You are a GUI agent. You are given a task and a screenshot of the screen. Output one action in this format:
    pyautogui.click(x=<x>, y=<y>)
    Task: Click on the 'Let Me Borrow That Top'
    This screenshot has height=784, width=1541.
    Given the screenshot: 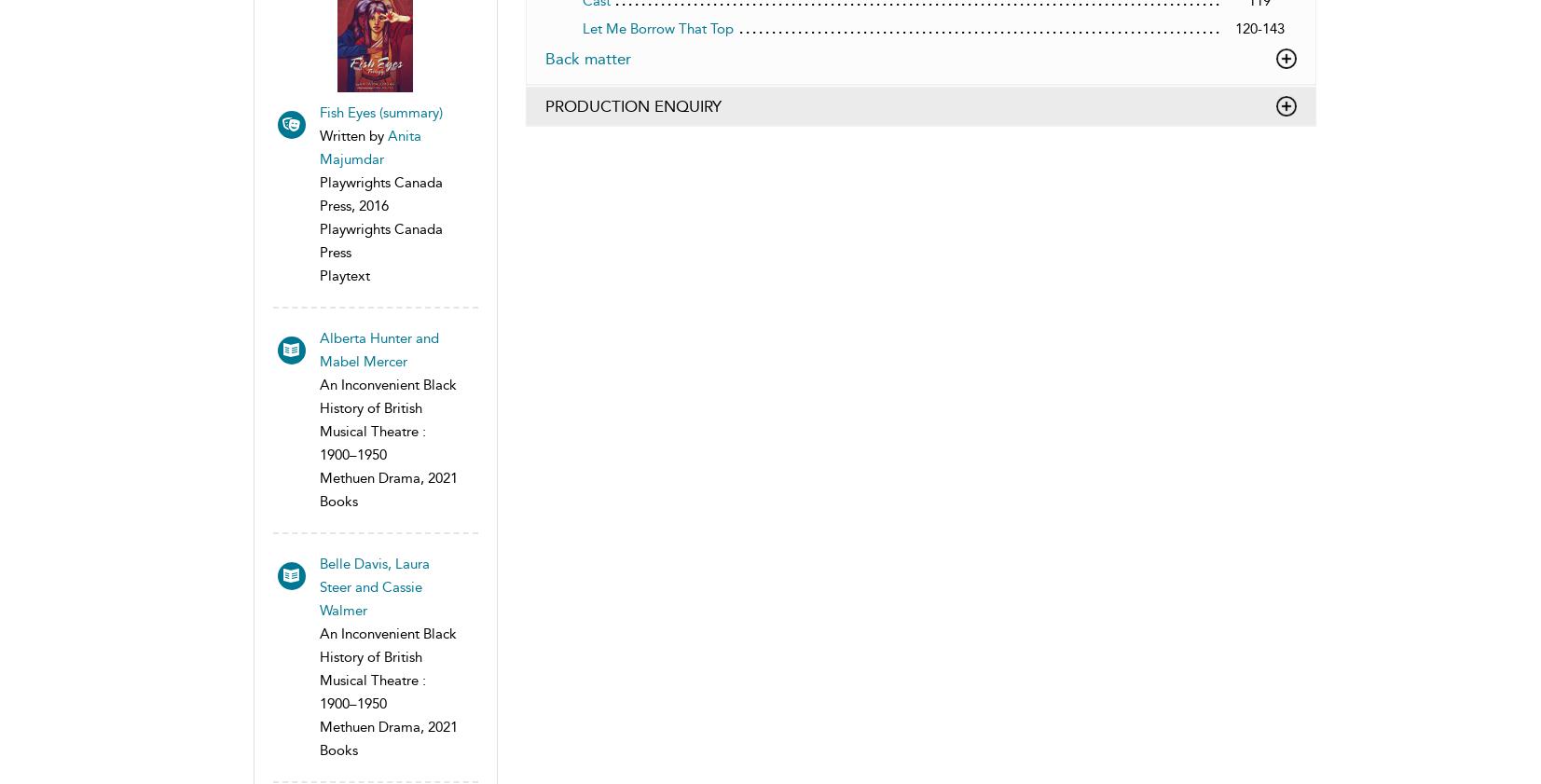 What is the action you would take?
    pyautogui.click(x=656, y=28)
    